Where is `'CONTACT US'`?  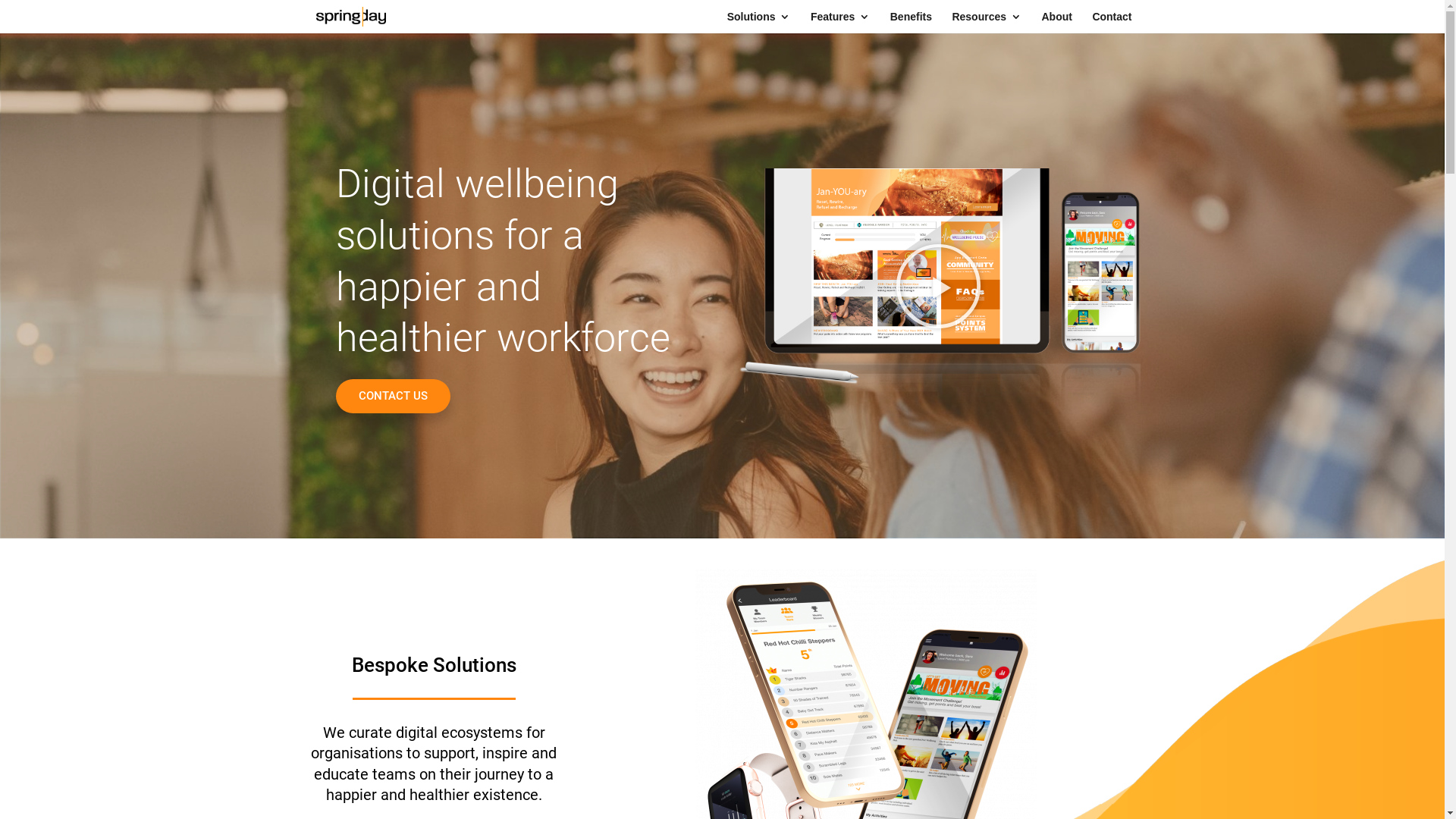
'CONTACT US' is located at coordinates (392, 395).